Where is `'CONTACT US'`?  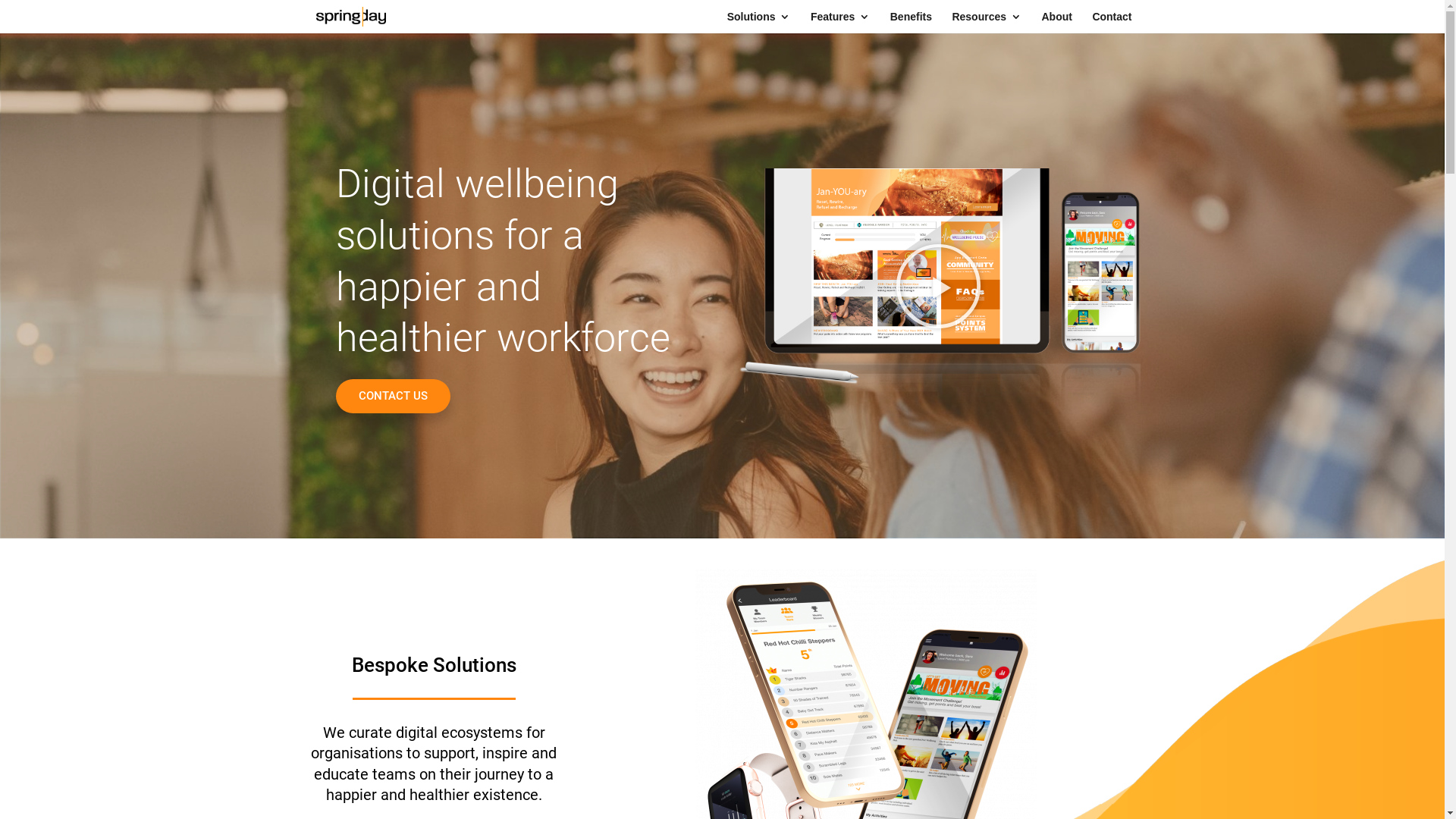
'CONTACT US' is located at coordinates (392, 395).